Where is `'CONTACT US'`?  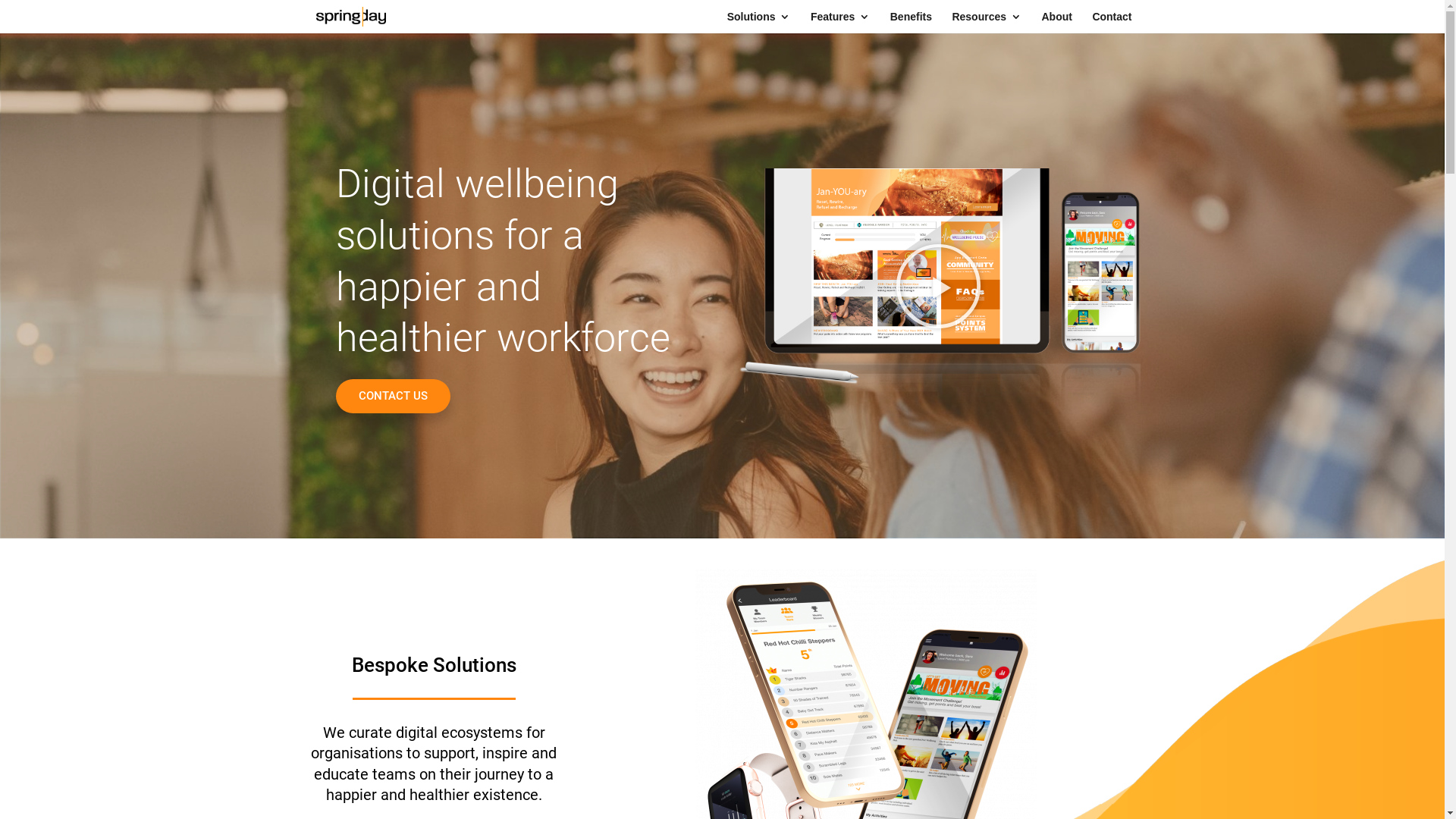
'CONTACT US' is located at coordinates (392, 395).